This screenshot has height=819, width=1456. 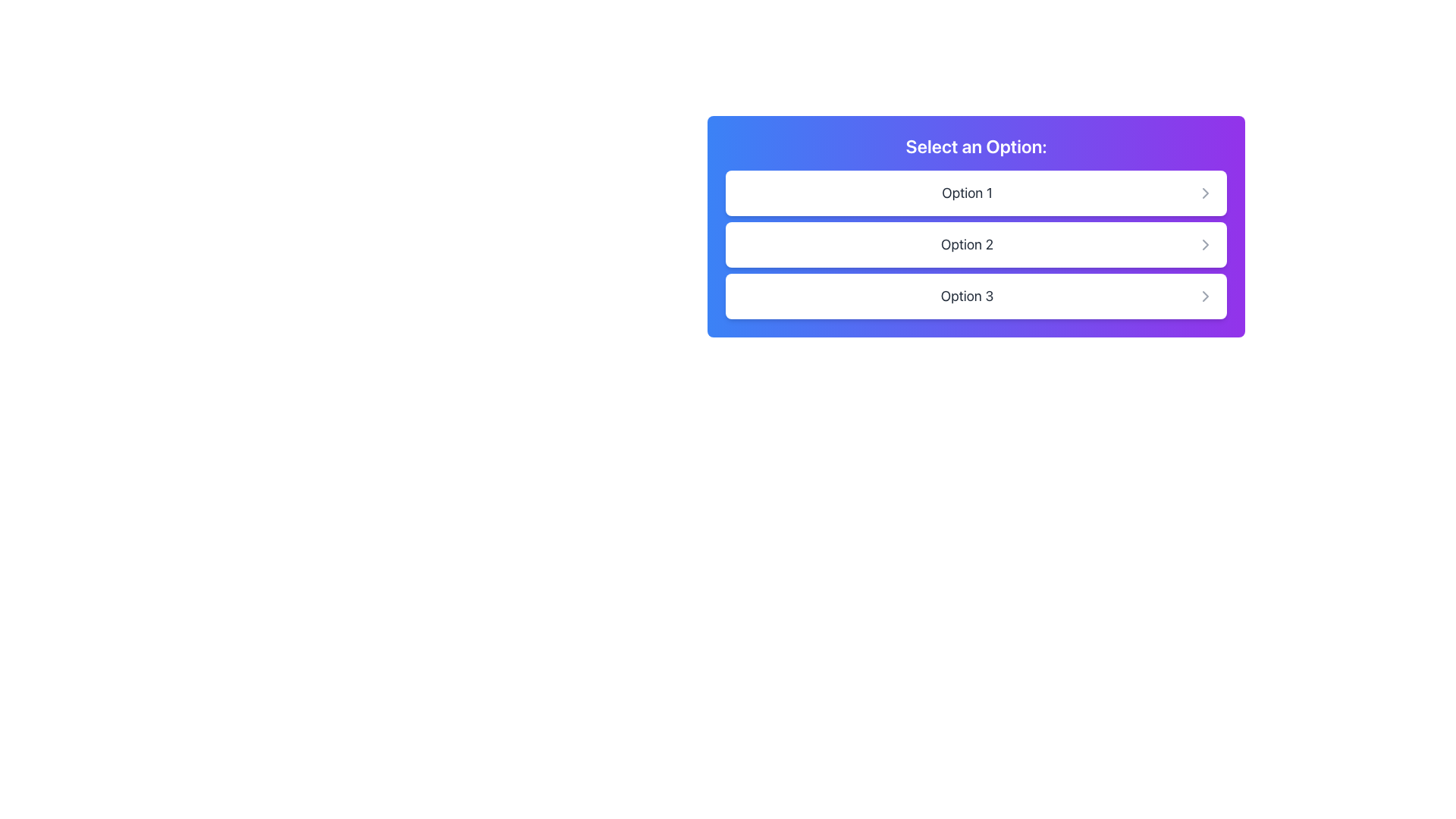 I want to click on the chevron icon button located to the extreme right of 'Option 3', so click(x=1204, y=296).